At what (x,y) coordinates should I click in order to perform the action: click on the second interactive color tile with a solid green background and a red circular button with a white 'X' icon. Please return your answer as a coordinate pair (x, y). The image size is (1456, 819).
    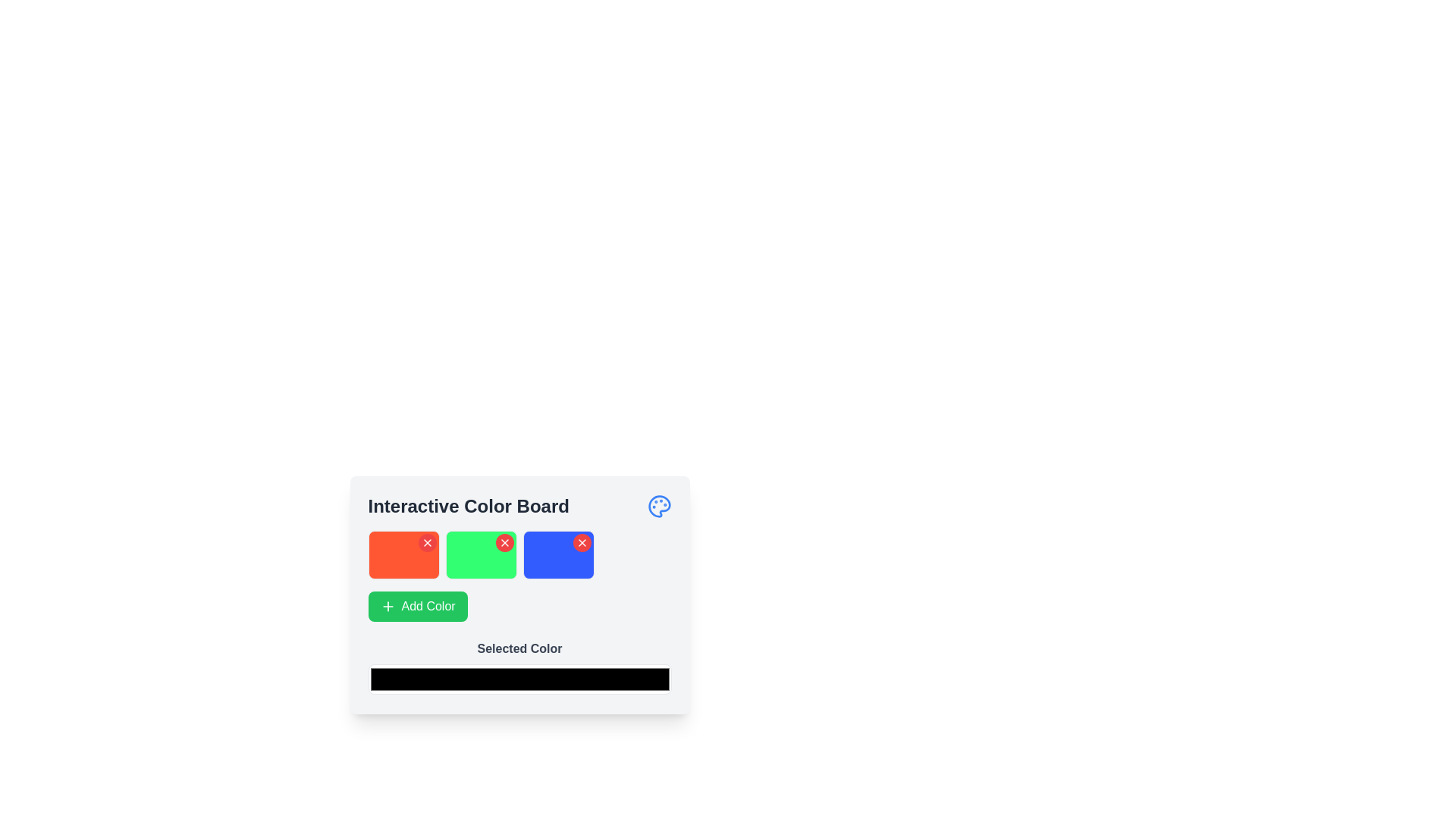
    Looking at the image, I should click on (480, 555).